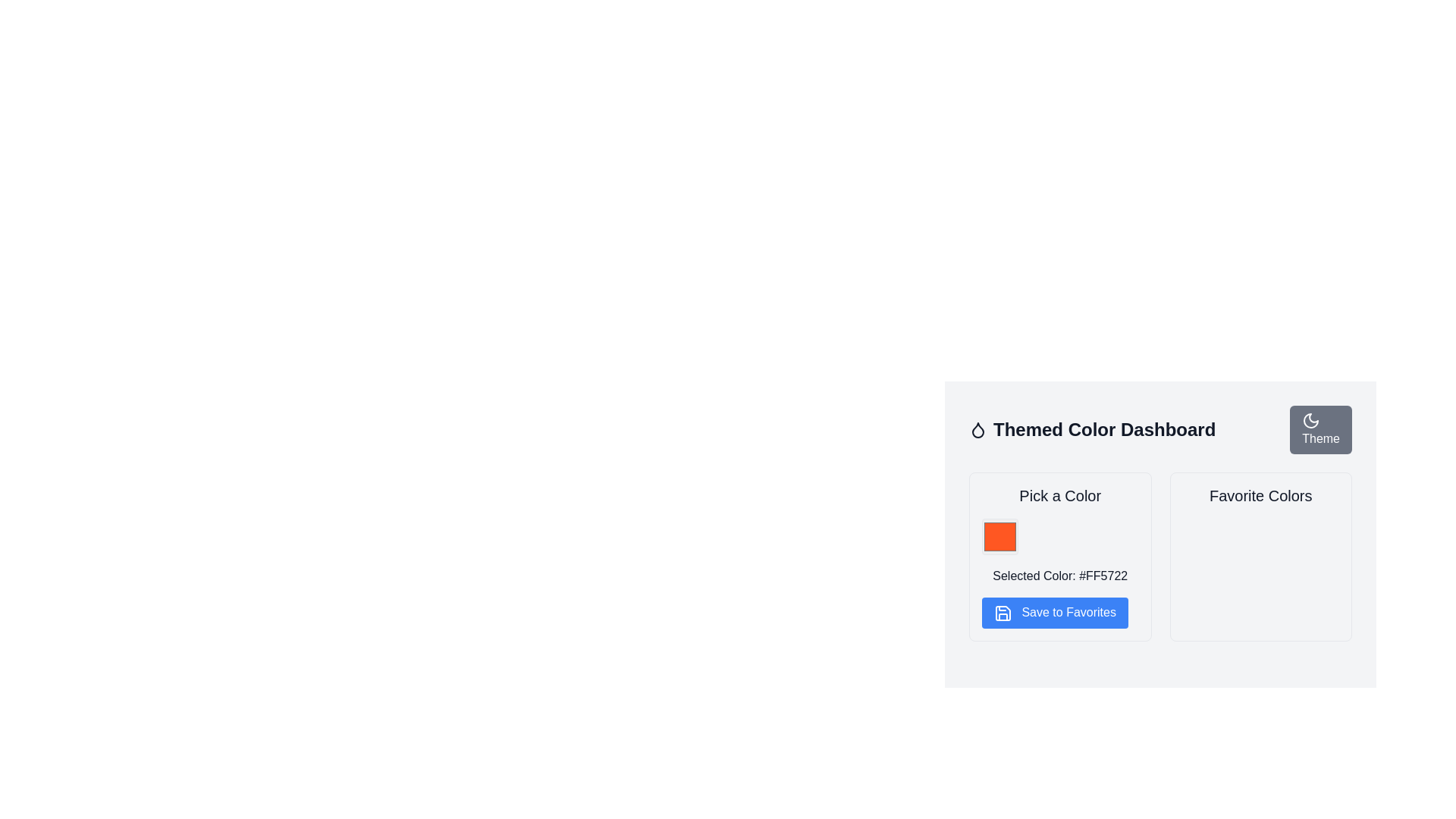 Image resolution: width=1456 pixels, height=819 pixels. I want to click on the textual header titled 'Themed Color Dashboard', which features a large and bold font style and is located near the top-middle of the application interface, to the left of the 'Theme' button, so click(1092, 430).